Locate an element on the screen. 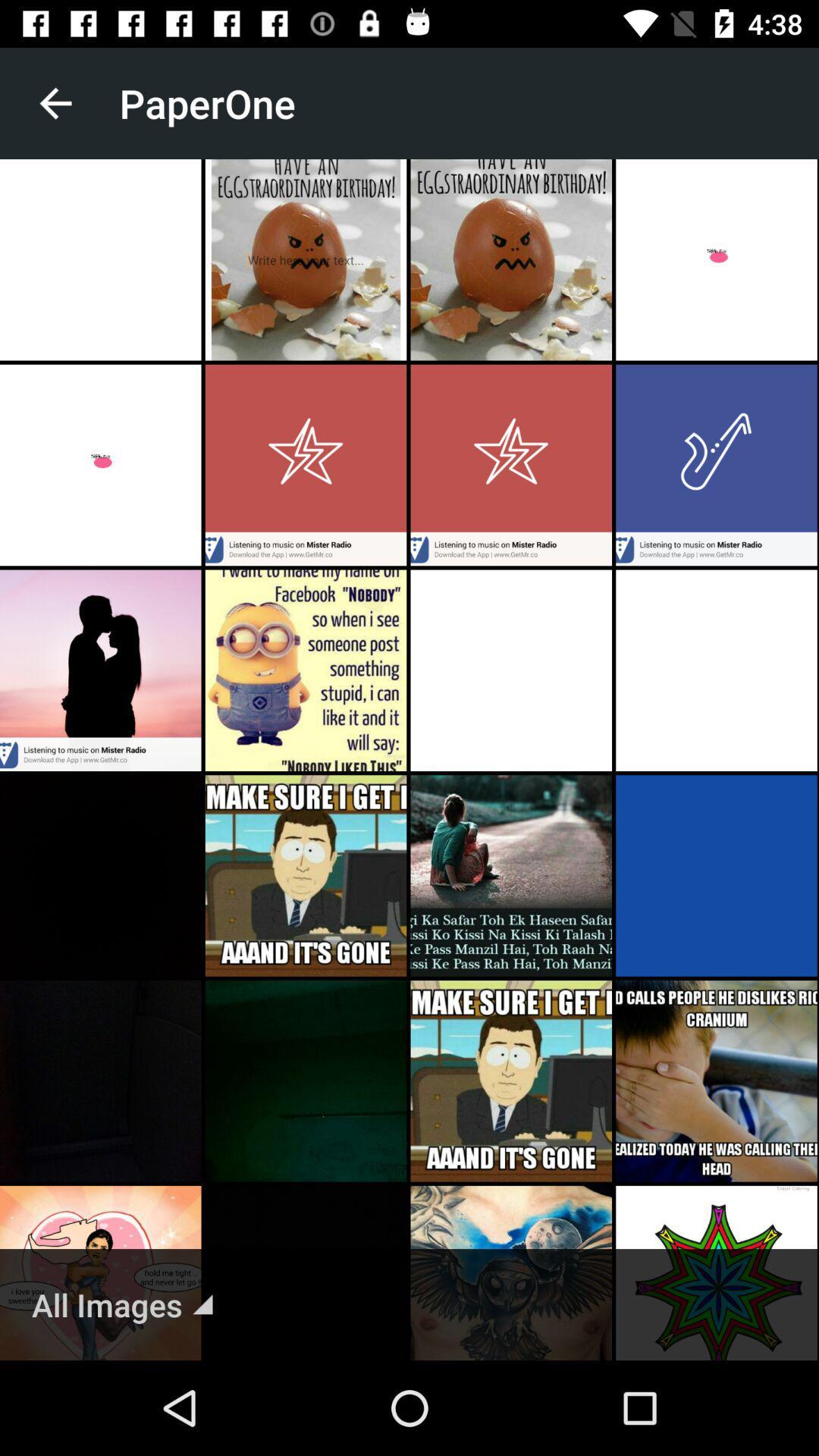 Image resolution: width=819 pixels, height=1456 pixels. item to the left of the paperone app is located at coordinates (55, 102).